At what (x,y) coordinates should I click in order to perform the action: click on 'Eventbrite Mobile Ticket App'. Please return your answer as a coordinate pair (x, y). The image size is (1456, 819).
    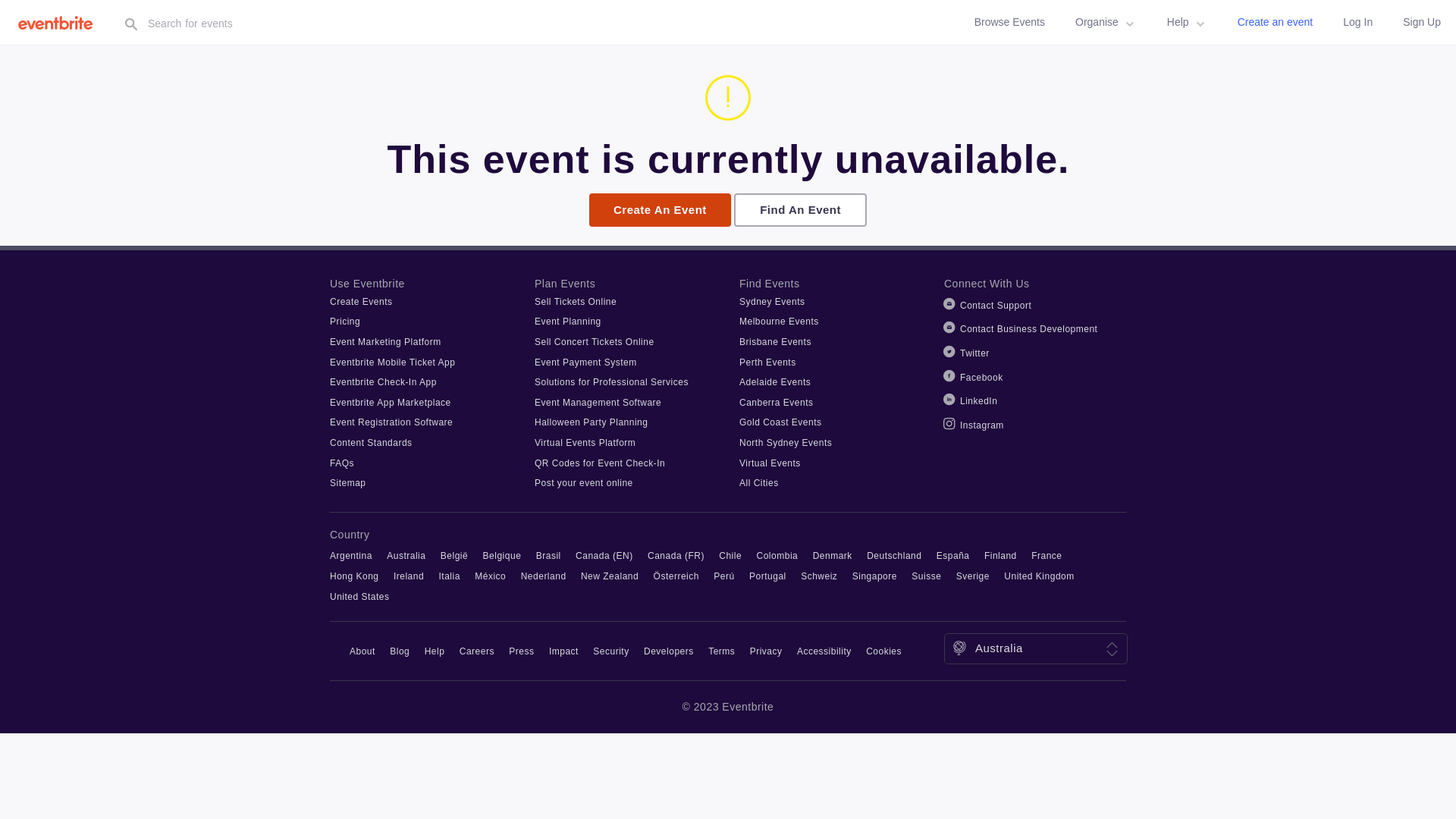
    Looking at the image, I should click on (392, 362).